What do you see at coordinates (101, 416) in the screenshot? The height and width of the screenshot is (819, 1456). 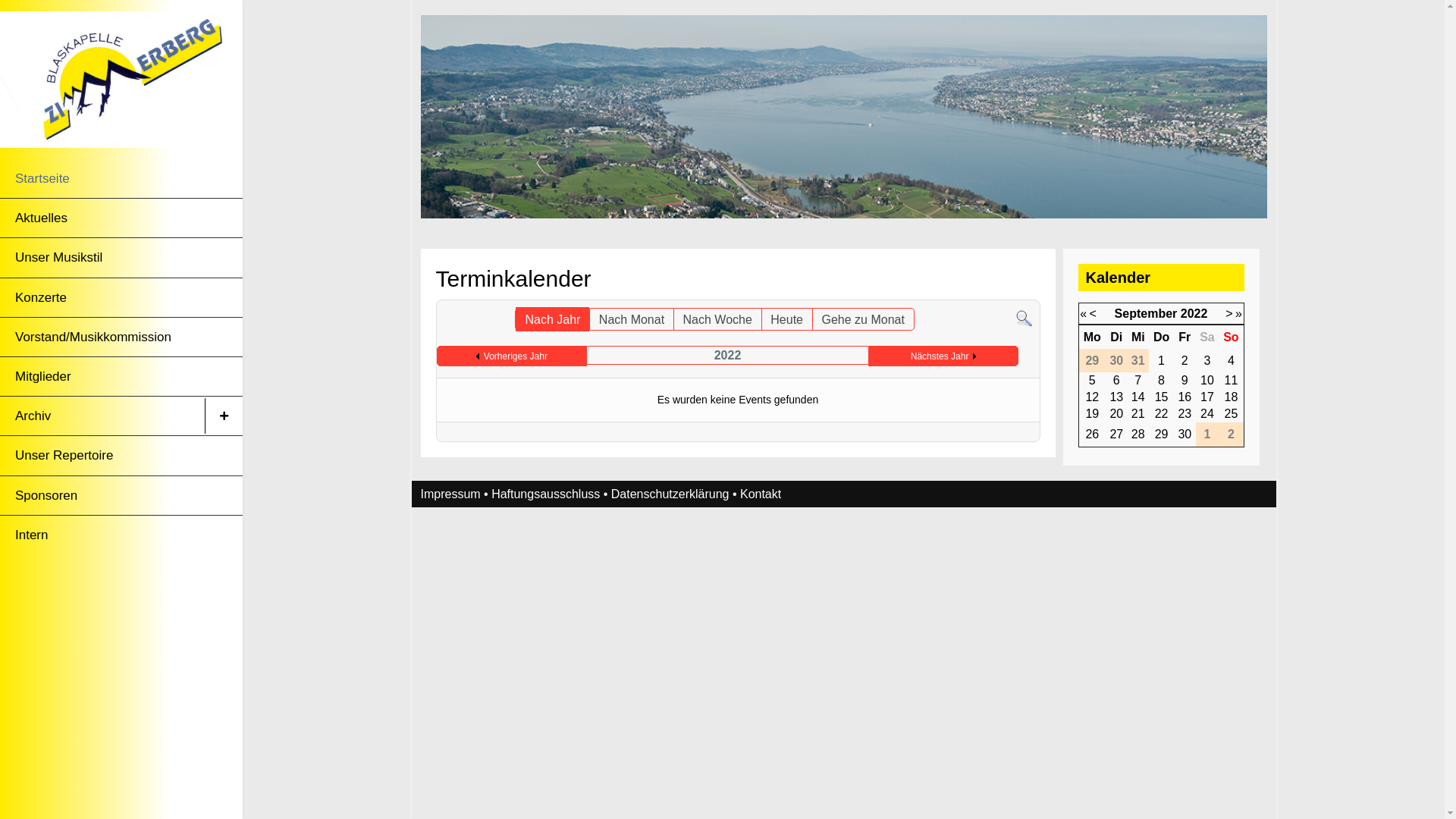 I see `'Archiv'` at bounding box center [101, 416].